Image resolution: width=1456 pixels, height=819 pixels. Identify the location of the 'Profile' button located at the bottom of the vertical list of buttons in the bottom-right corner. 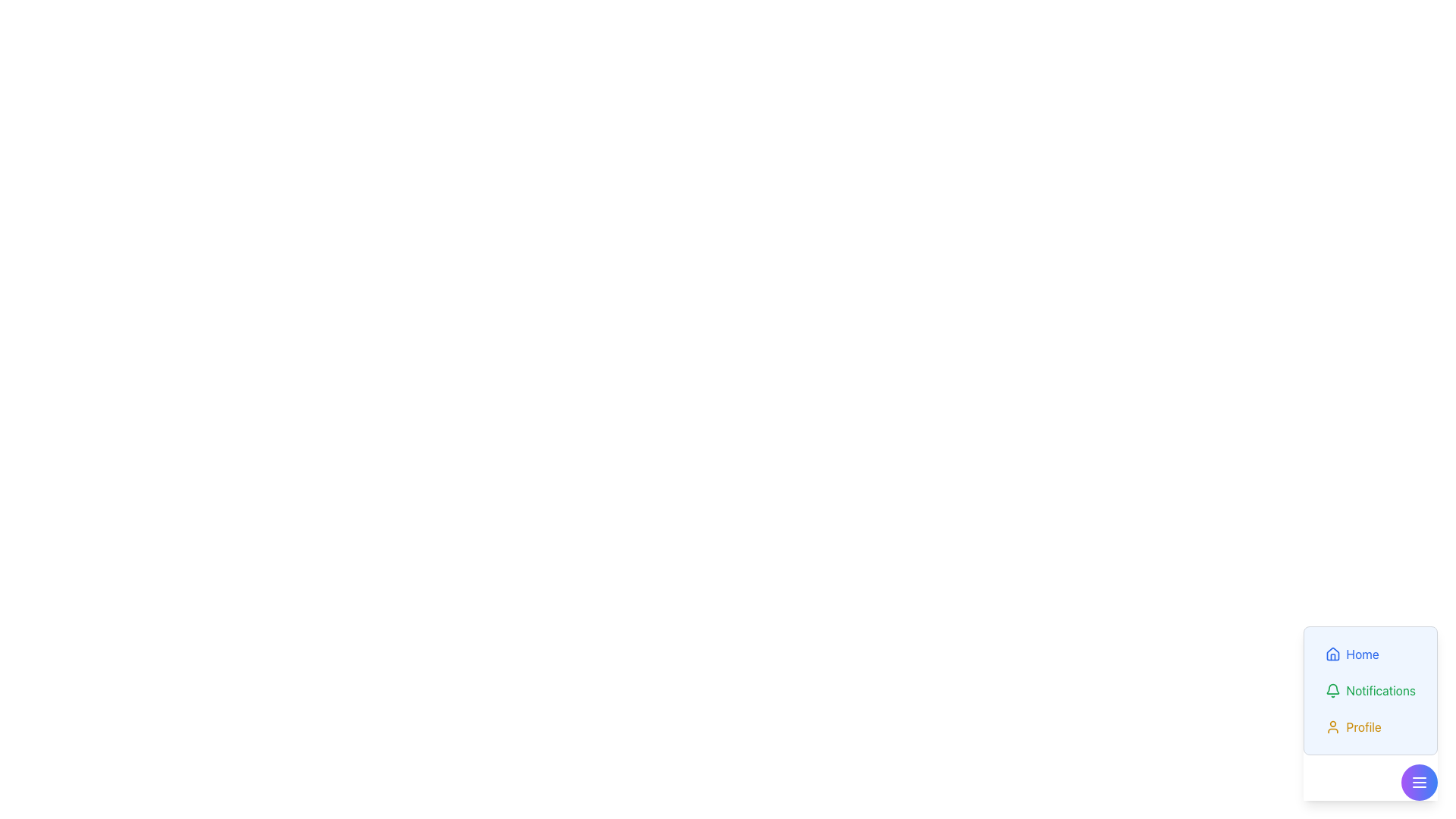
(1370, 726).